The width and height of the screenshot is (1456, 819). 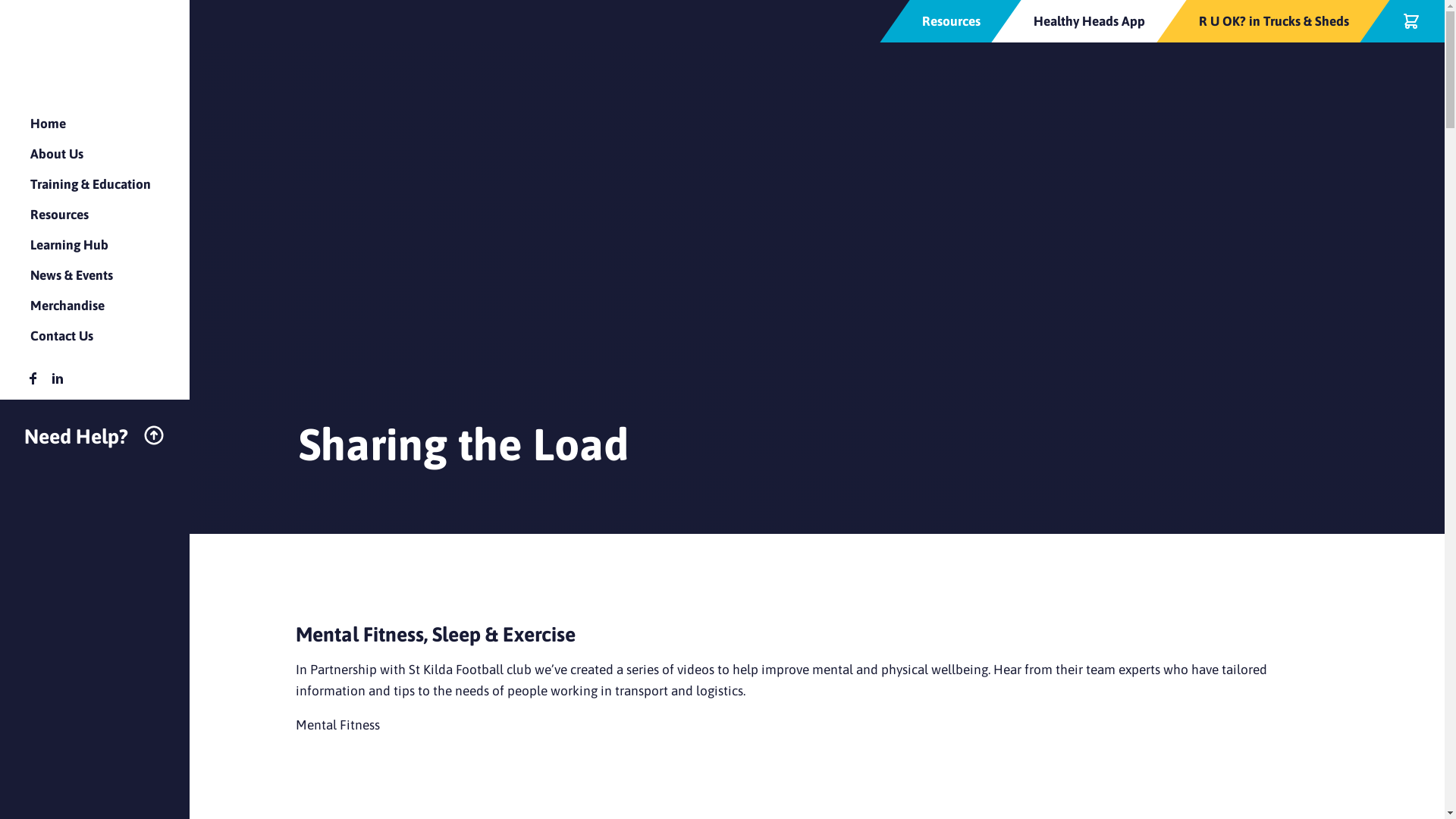 What do you see at coordinates (24, 184) in the screenshot?
I see `'Training & Education'` at bounding box center [24, 184].